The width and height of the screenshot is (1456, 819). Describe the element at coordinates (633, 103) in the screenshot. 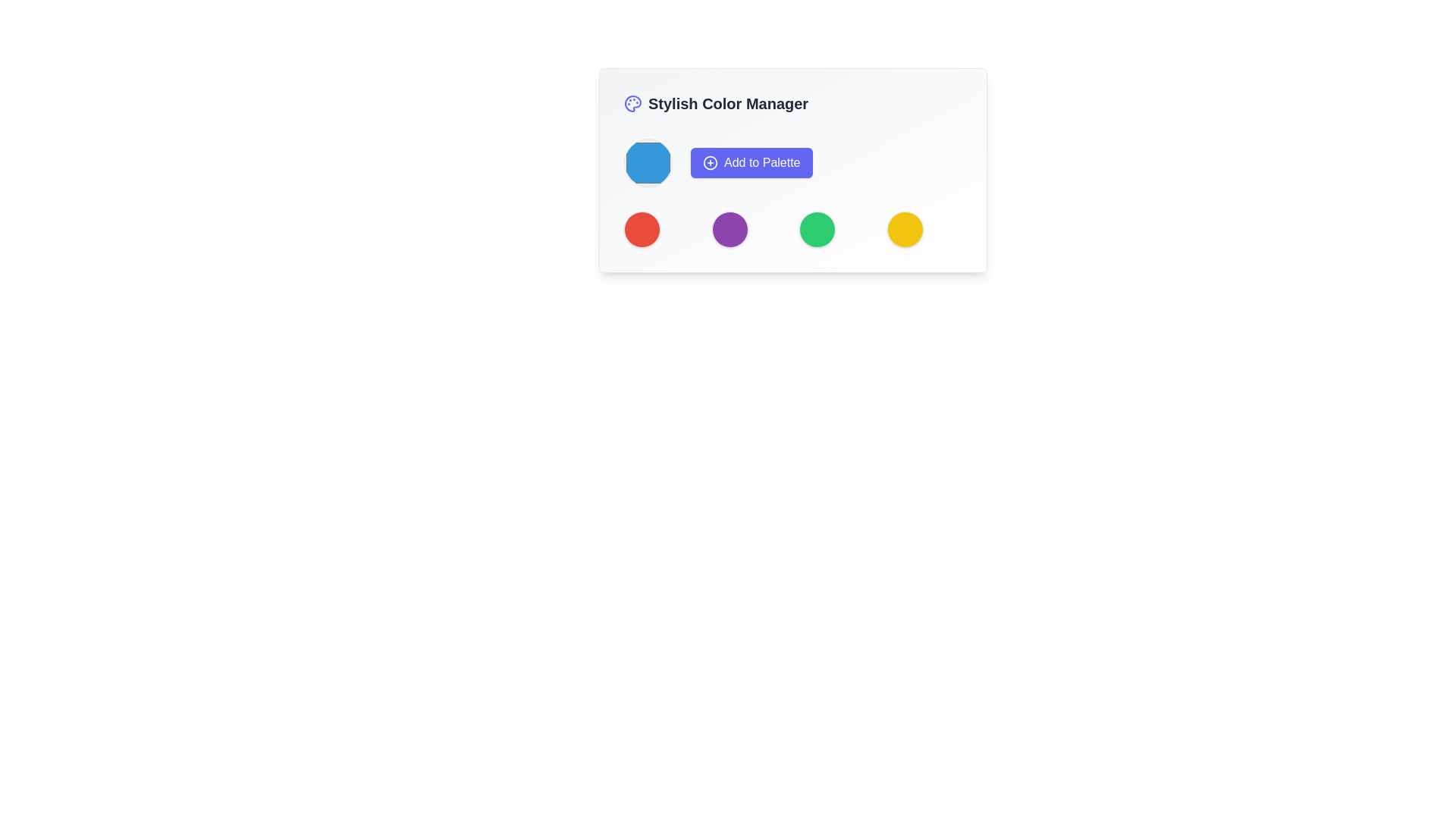

I see `the painter's palette icon located to the left of the 'Stylish Color Manager' text in the header section of the card` at that location.